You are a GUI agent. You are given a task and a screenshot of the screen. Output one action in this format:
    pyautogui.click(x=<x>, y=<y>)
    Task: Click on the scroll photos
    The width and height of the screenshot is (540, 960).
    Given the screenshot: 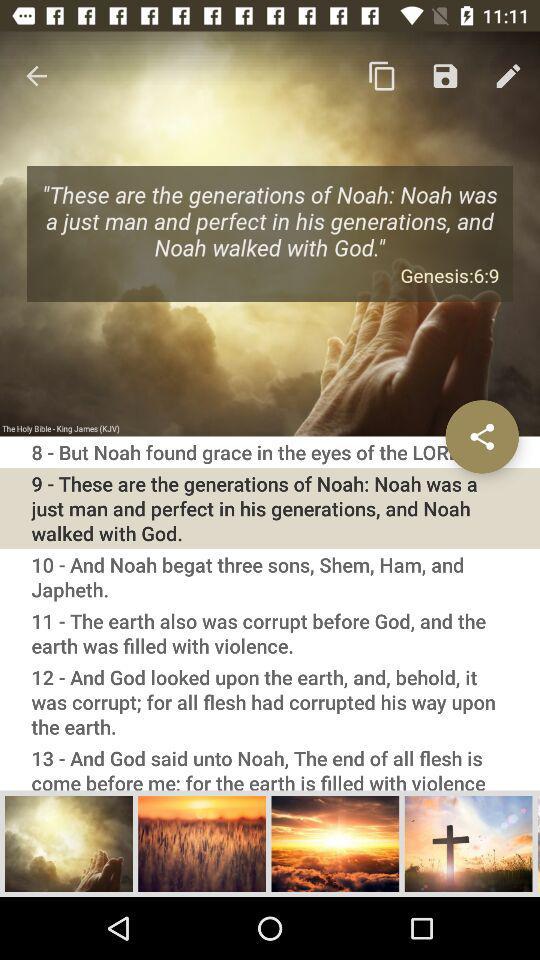 What is the action you would take?
    pyautogui.click(x=538, y=842)
    